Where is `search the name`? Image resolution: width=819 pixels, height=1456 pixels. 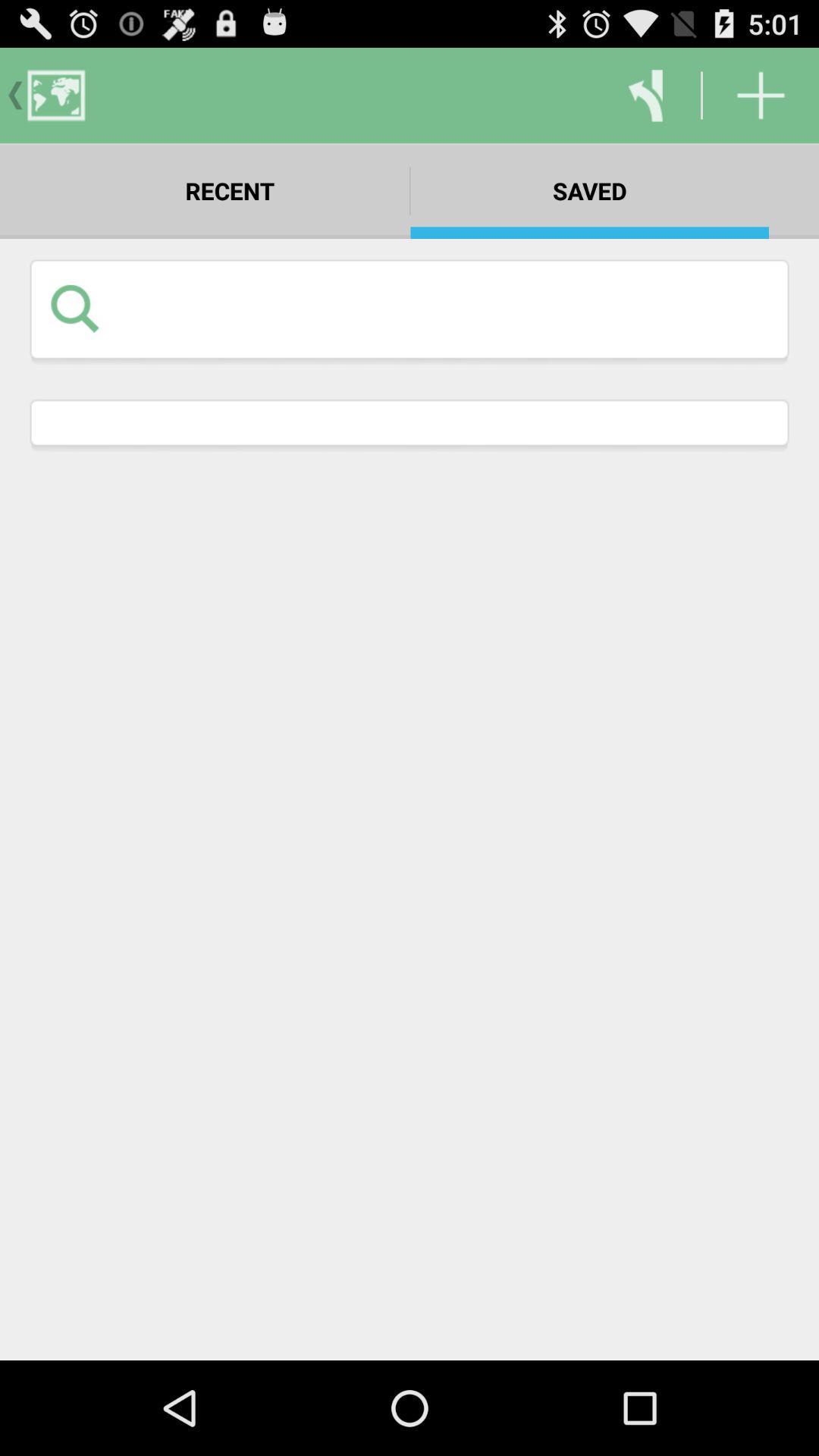
search the name is located at coordinates (443, 307).